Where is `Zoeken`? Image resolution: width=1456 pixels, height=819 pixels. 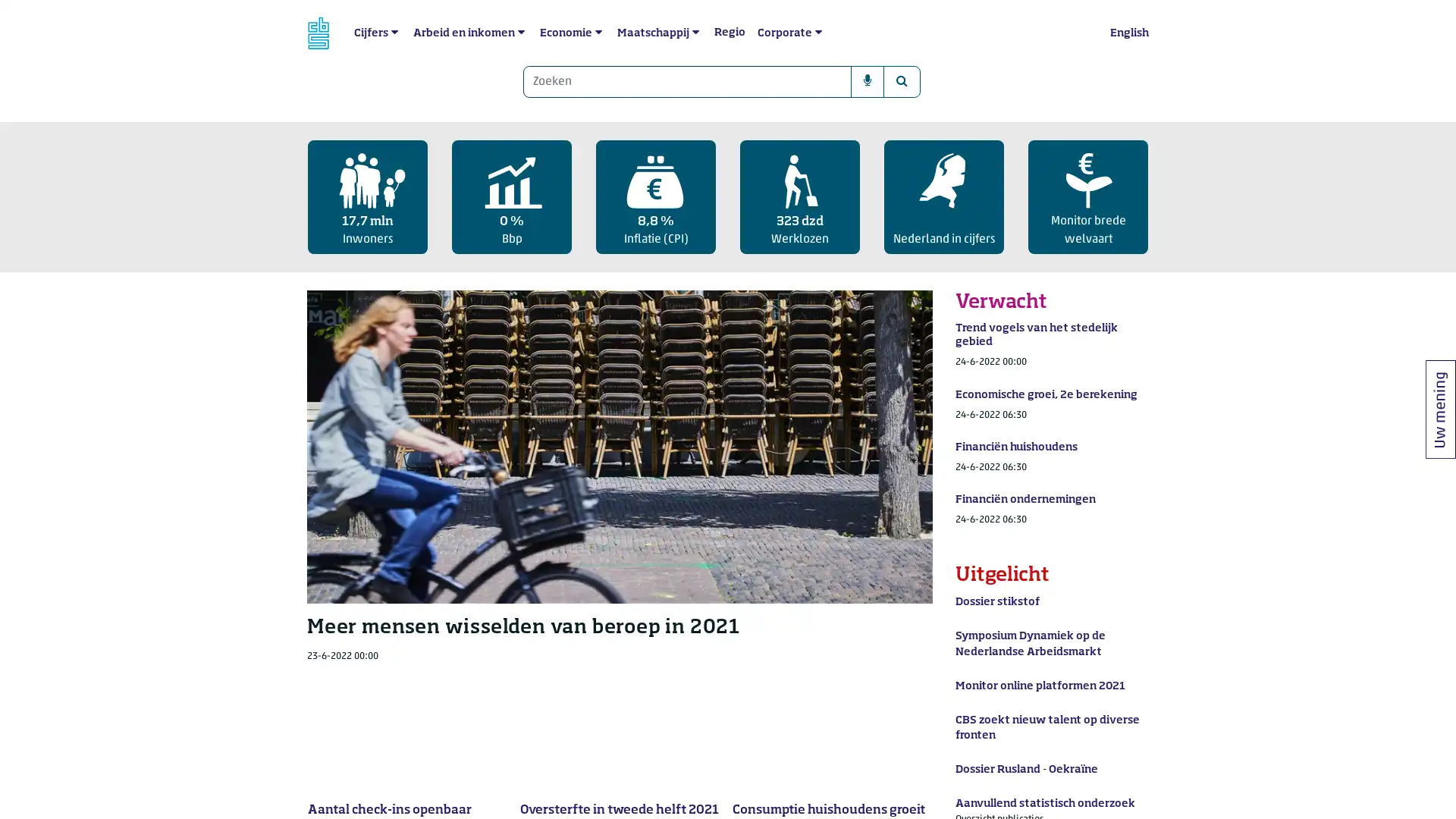 Zoeken is located at coordinates (902, 82).